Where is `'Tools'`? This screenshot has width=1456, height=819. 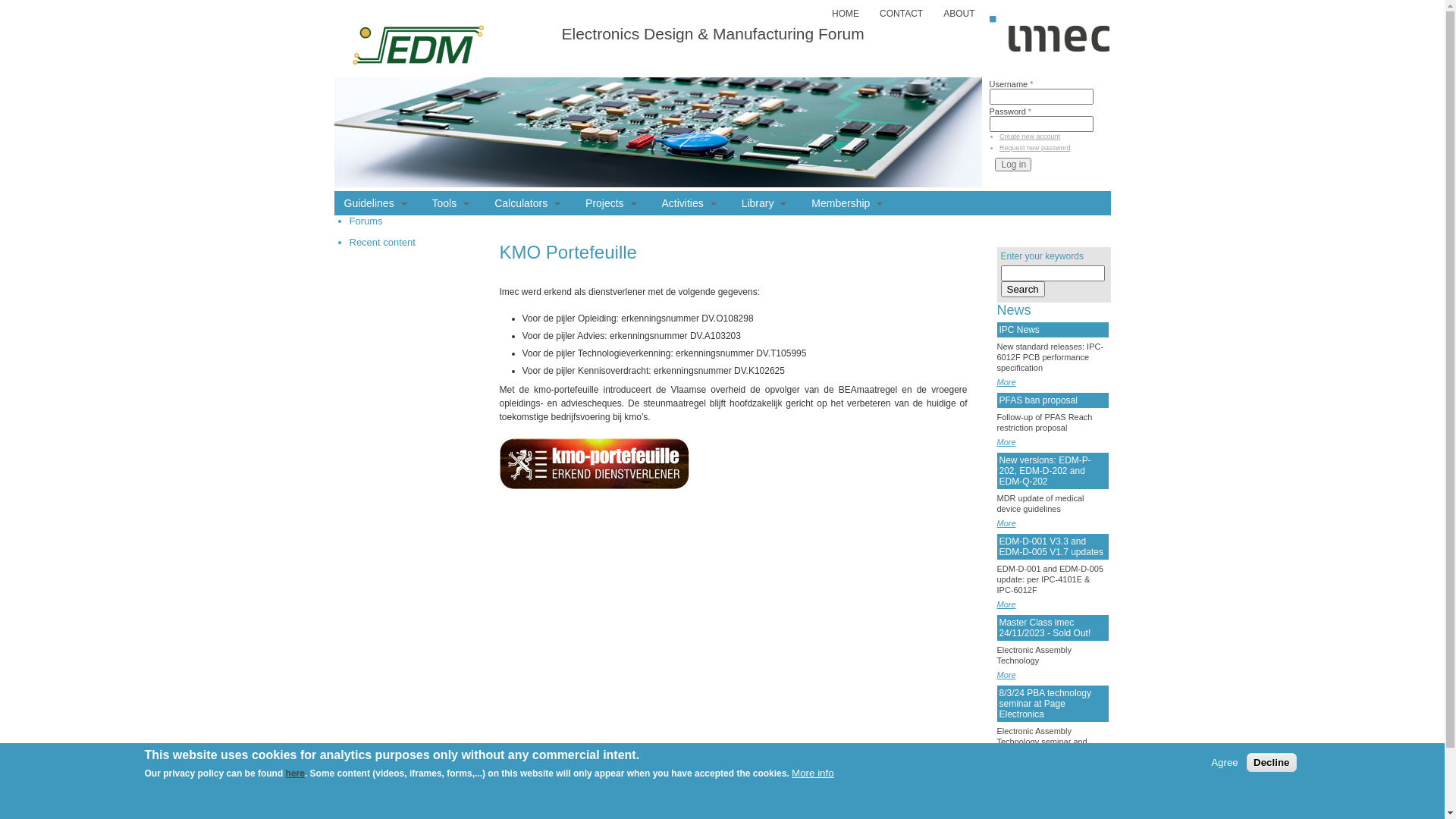 'Tools' is located at coordinates (450, 202).